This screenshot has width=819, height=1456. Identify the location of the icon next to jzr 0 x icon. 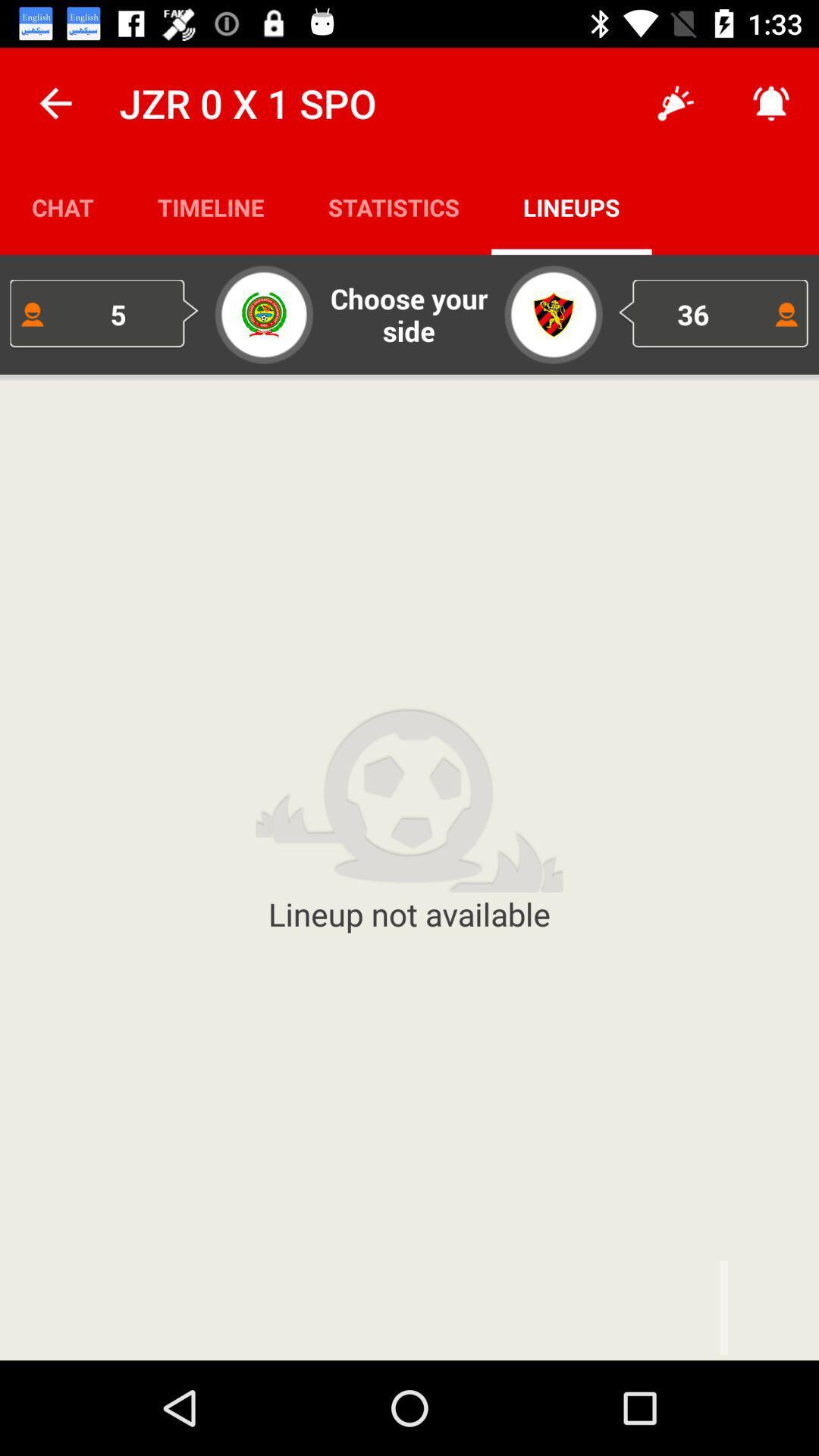
(55, 102).